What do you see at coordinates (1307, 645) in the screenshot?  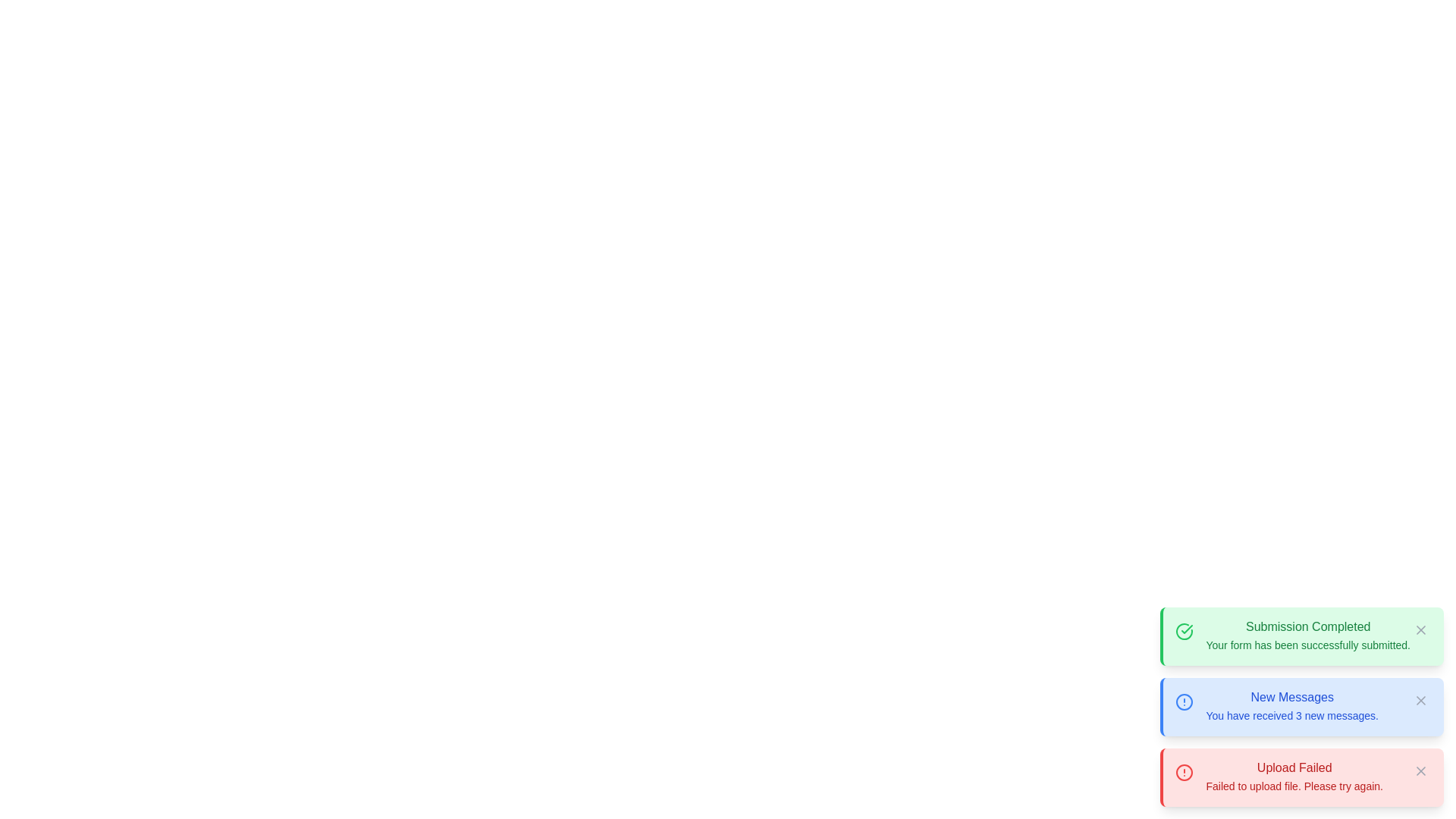 I see `the confirmation message static text located within the green notification box beneath the heading 'Submission Completed'` at bounding box center [1307, 645].